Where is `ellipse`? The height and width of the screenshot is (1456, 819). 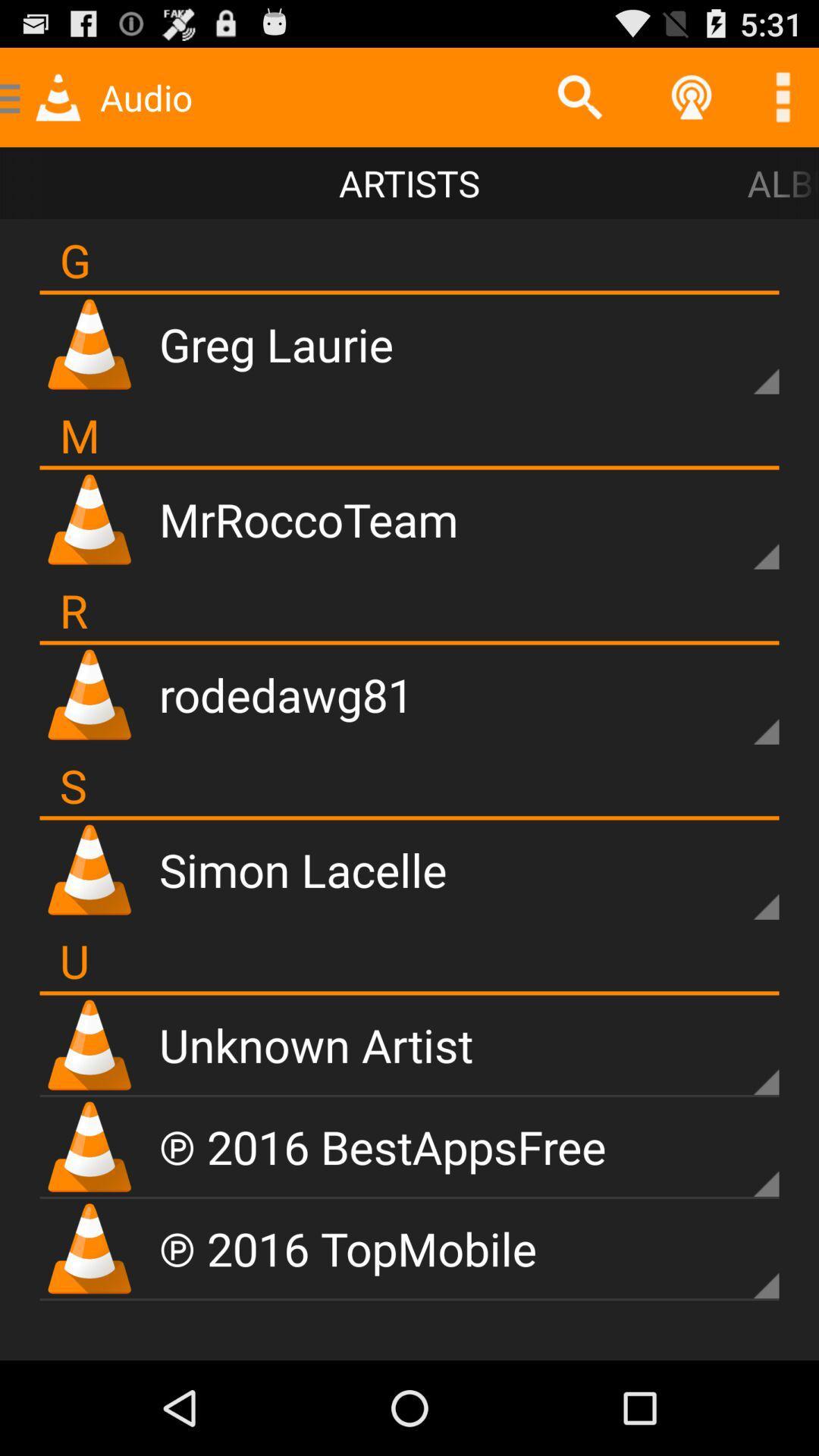
ellipse is located at coordinates (783, 96).